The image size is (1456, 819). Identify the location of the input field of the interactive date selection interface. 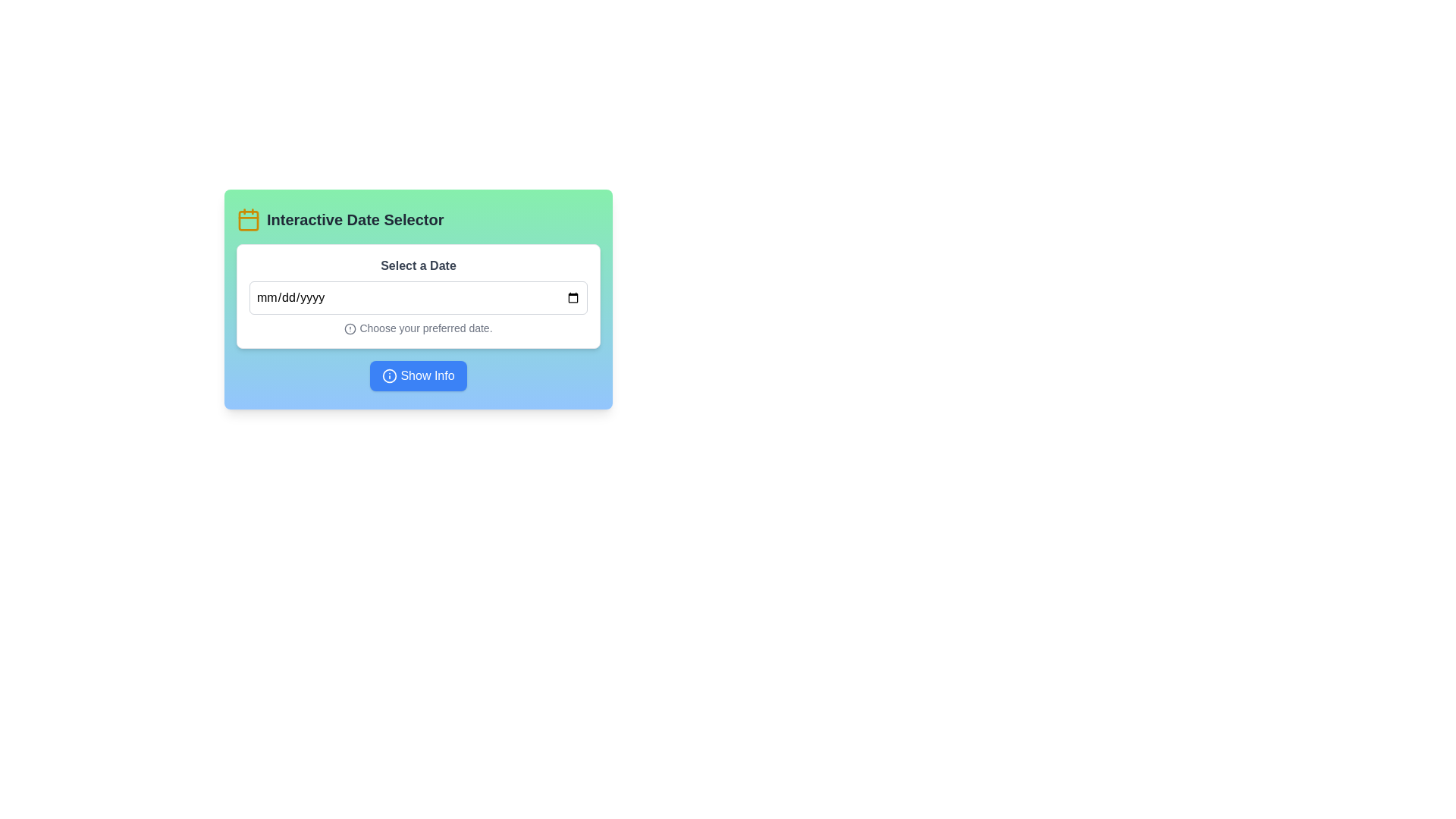
(419, 299).